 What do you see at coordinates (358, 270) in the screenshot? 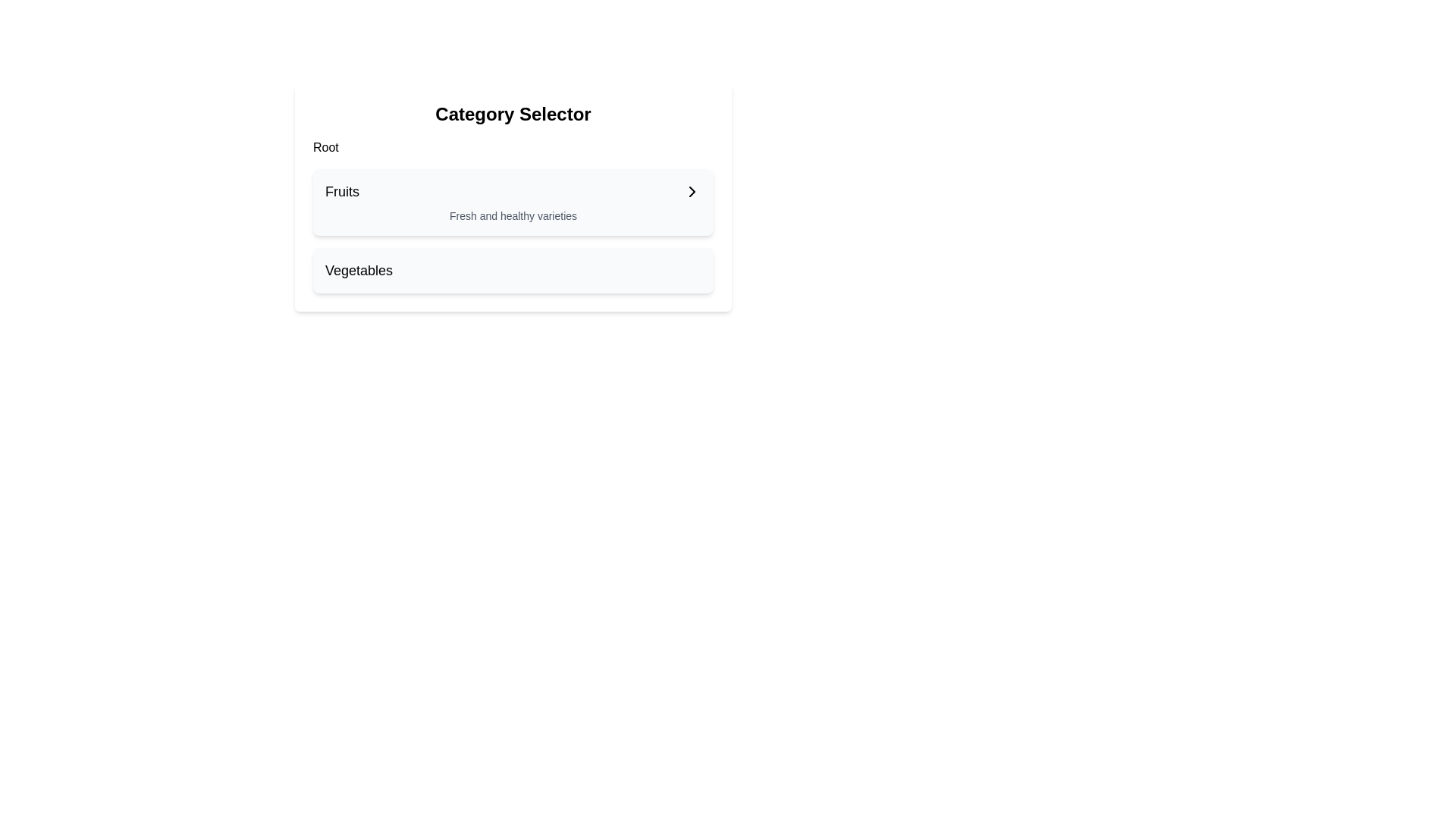
I see `the 'Vegetables' text label located under the 'Fruits' header` at bounding box center [358, 270].